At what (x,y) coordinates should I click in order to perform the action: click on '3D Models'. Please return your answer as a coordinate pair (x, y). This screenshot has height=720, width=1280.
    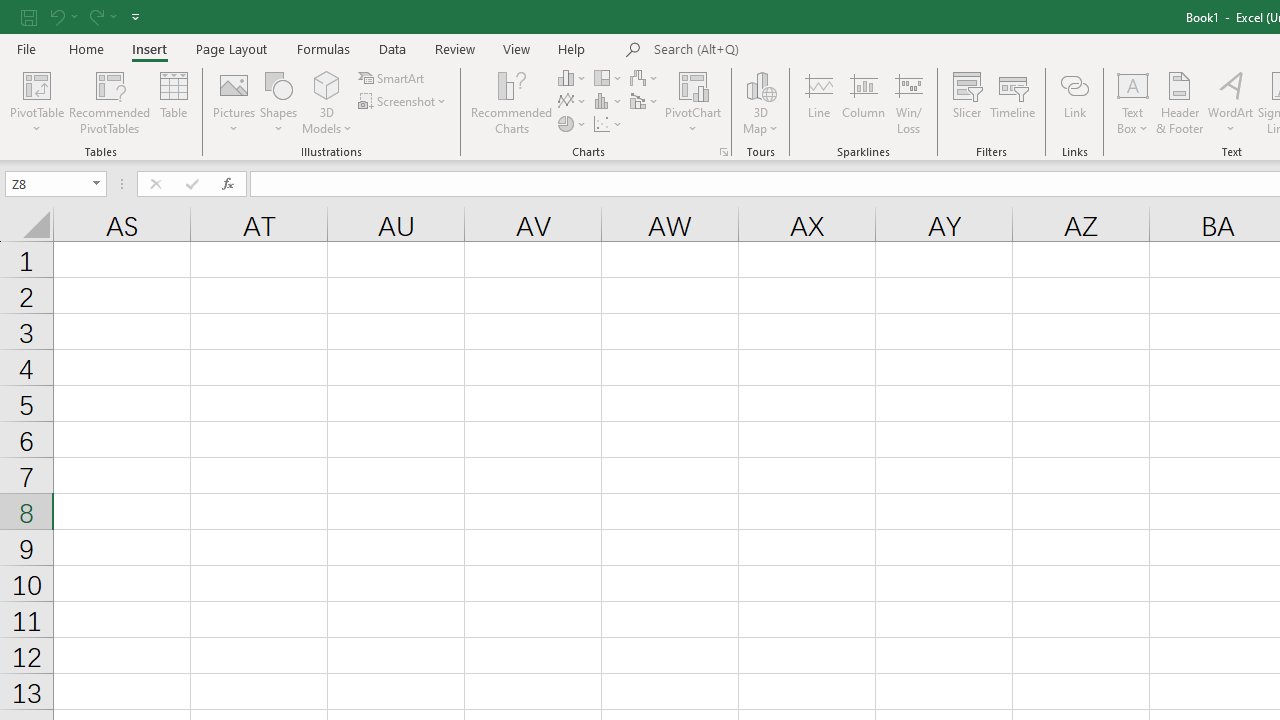
    Looking at the image, I should click on (327, 103).